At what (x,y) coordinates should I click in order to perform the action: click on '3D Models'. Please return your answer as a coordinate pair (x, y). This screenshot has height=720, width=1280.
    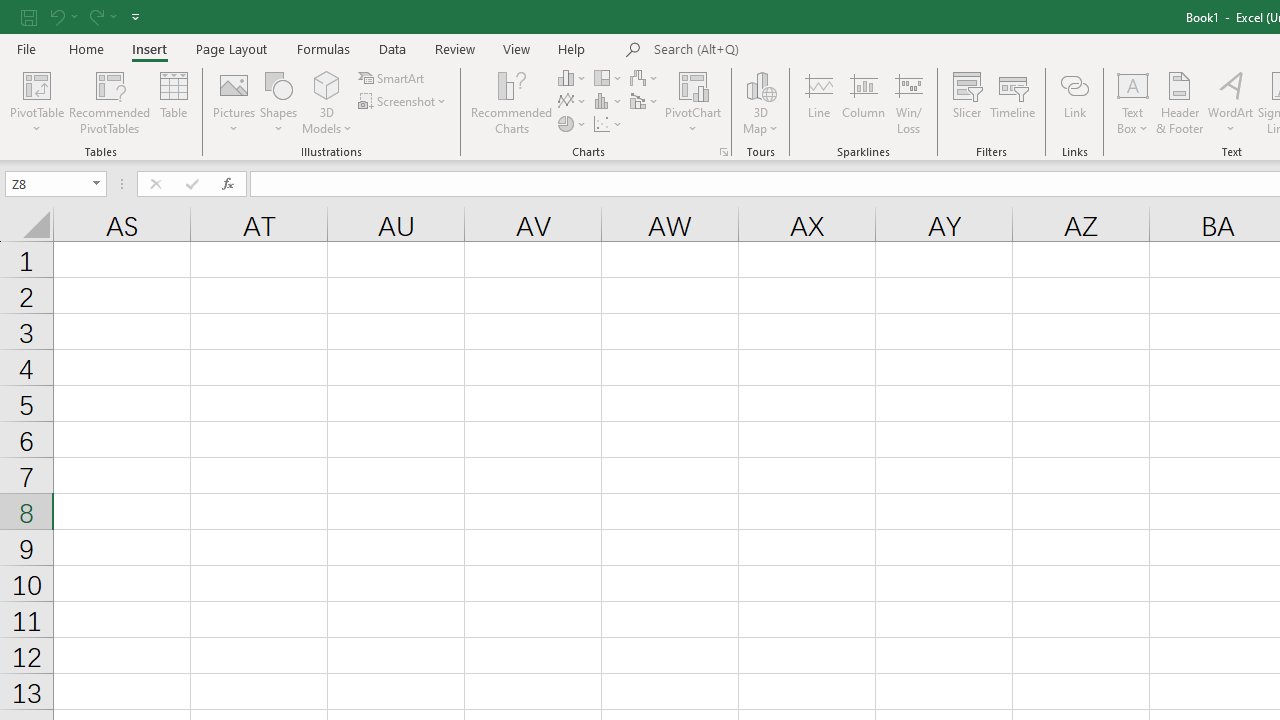
    Looking at the image, I should click on (327, 103).